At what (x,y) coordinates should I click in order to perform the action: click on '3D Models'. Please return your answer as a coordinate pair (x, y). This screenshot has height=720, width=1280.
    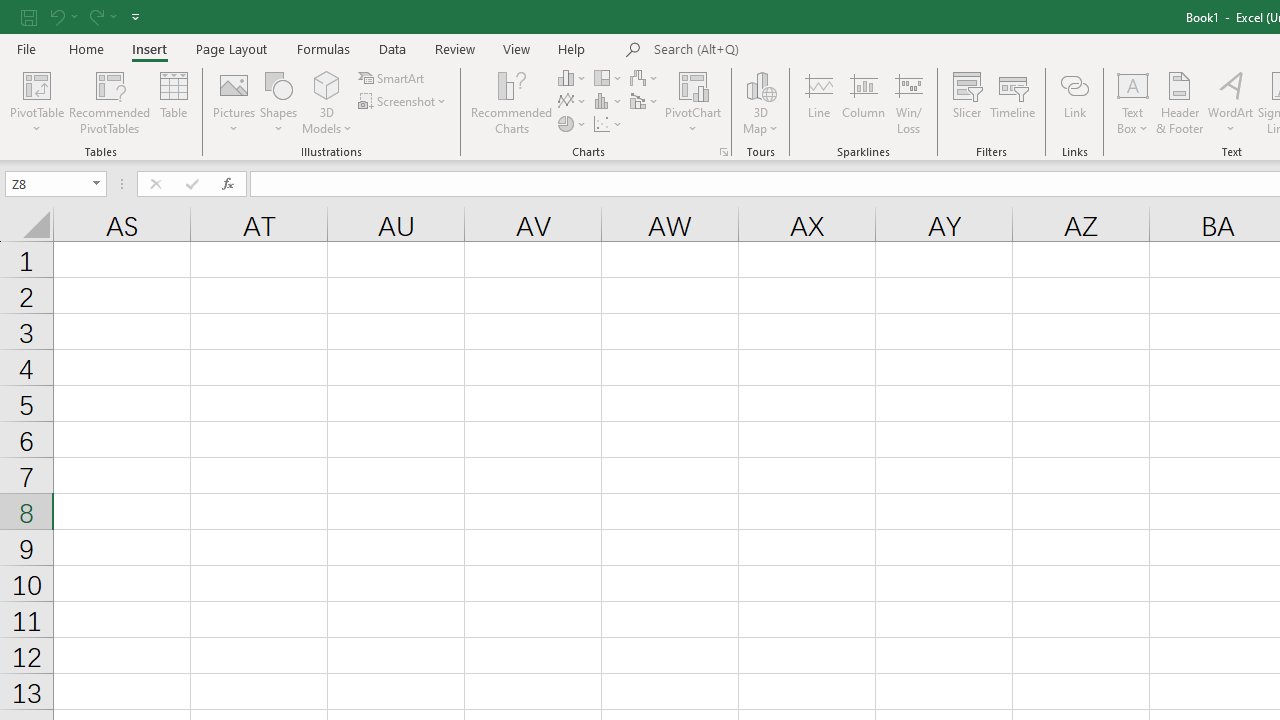
    Looking at the image, I should click on (327, 103).